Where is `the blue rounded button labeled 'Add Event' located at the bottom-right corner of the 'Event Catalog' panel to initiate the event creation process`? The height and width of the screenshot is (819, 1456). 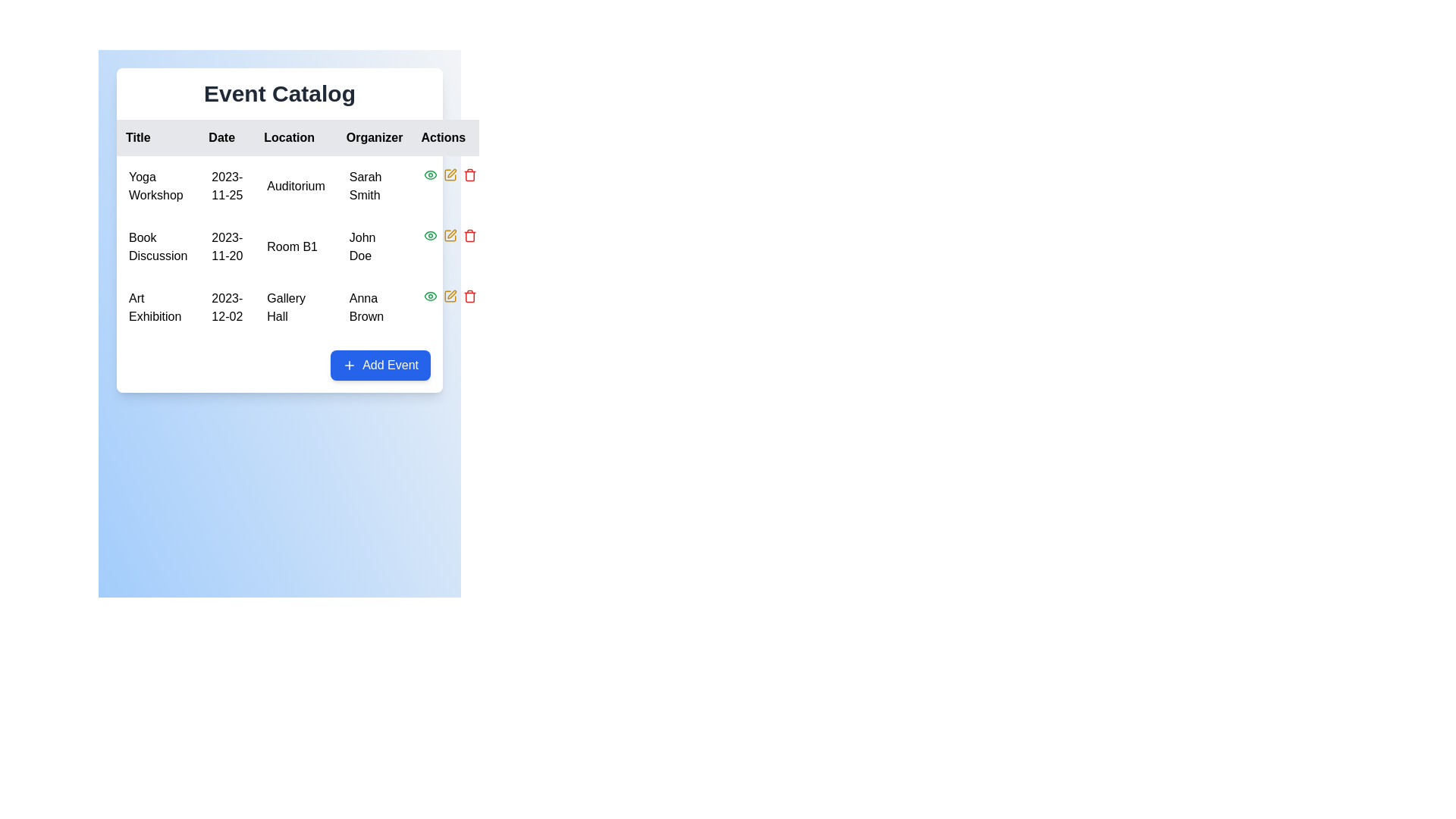
the blue rounded button labeled 'Add Event' located at the bottom-right corner of the 'Event Catalog' panel to initiate the event creation process is located at coordinates (280, 366).